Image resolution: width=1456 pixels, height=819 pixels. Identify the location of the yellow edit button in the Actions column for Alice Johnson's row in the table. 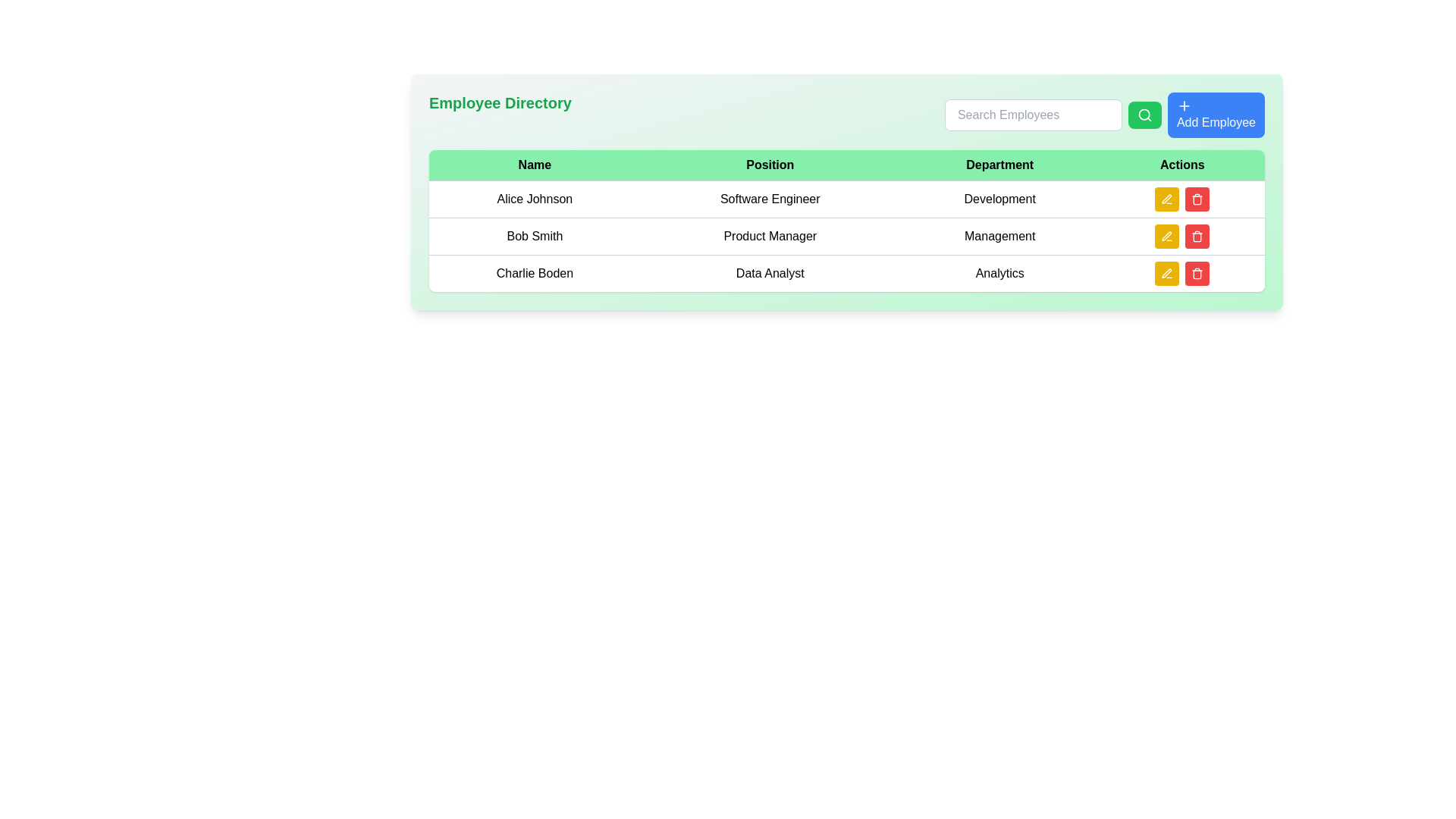
(1181, 198).